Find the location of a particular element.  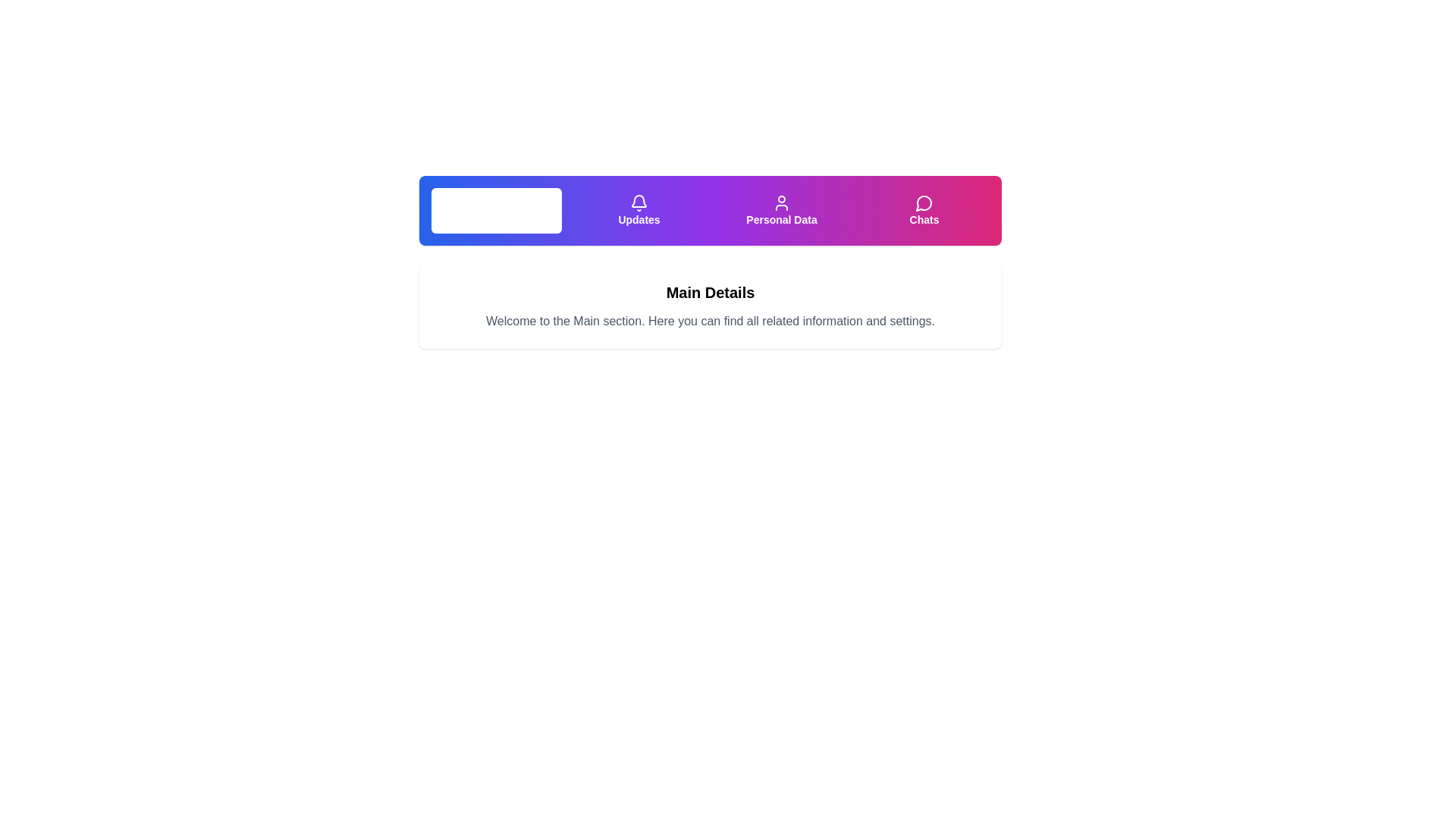

the 'Personal Data' text label which is part of the navigation bar, displayed in white font on a purple gradient background is located at coordinates (782, 219).